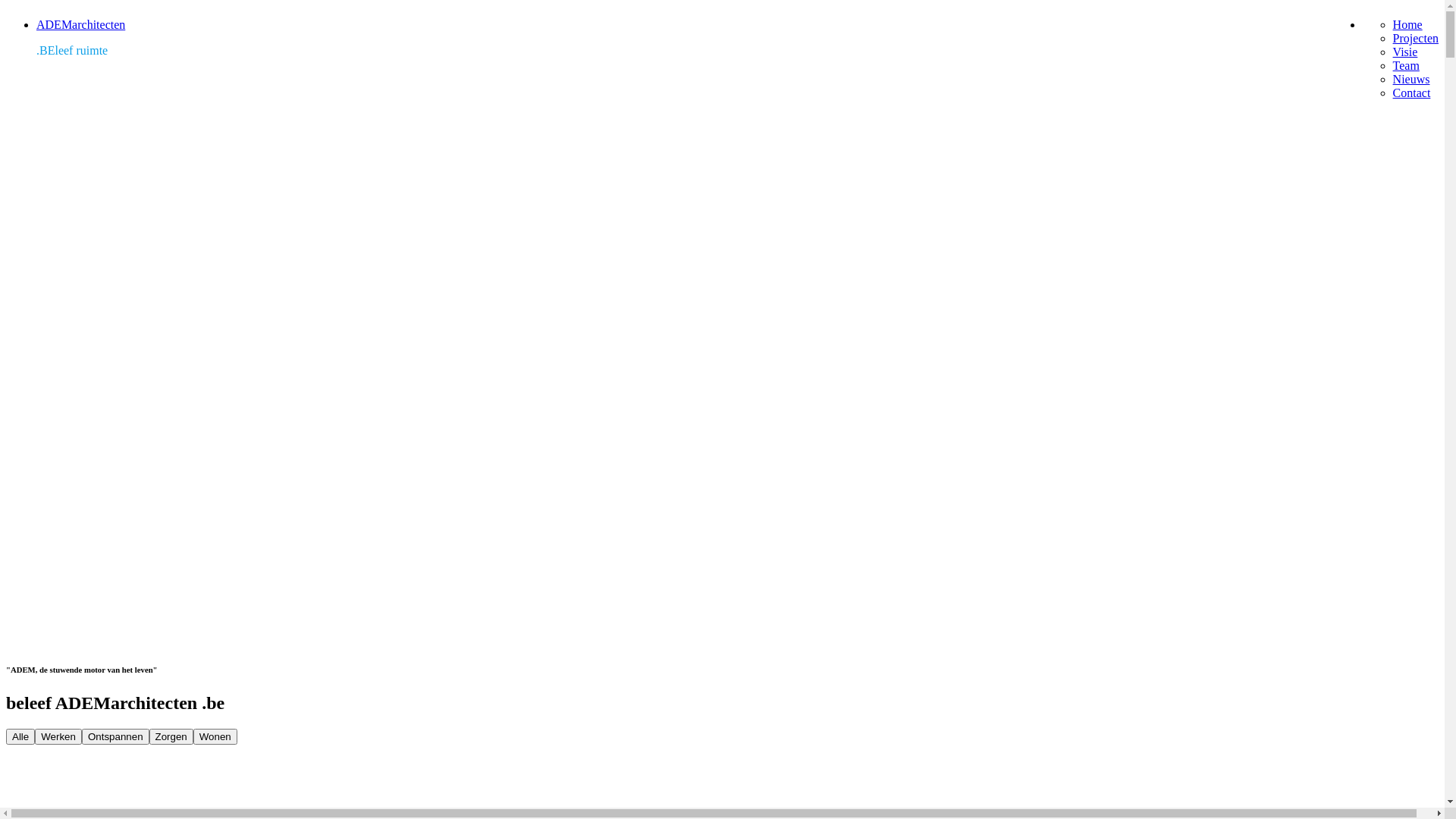  Describe the element at coordinates (1393, 79) in the screenshot. I see `'Nieuws'` at that location.